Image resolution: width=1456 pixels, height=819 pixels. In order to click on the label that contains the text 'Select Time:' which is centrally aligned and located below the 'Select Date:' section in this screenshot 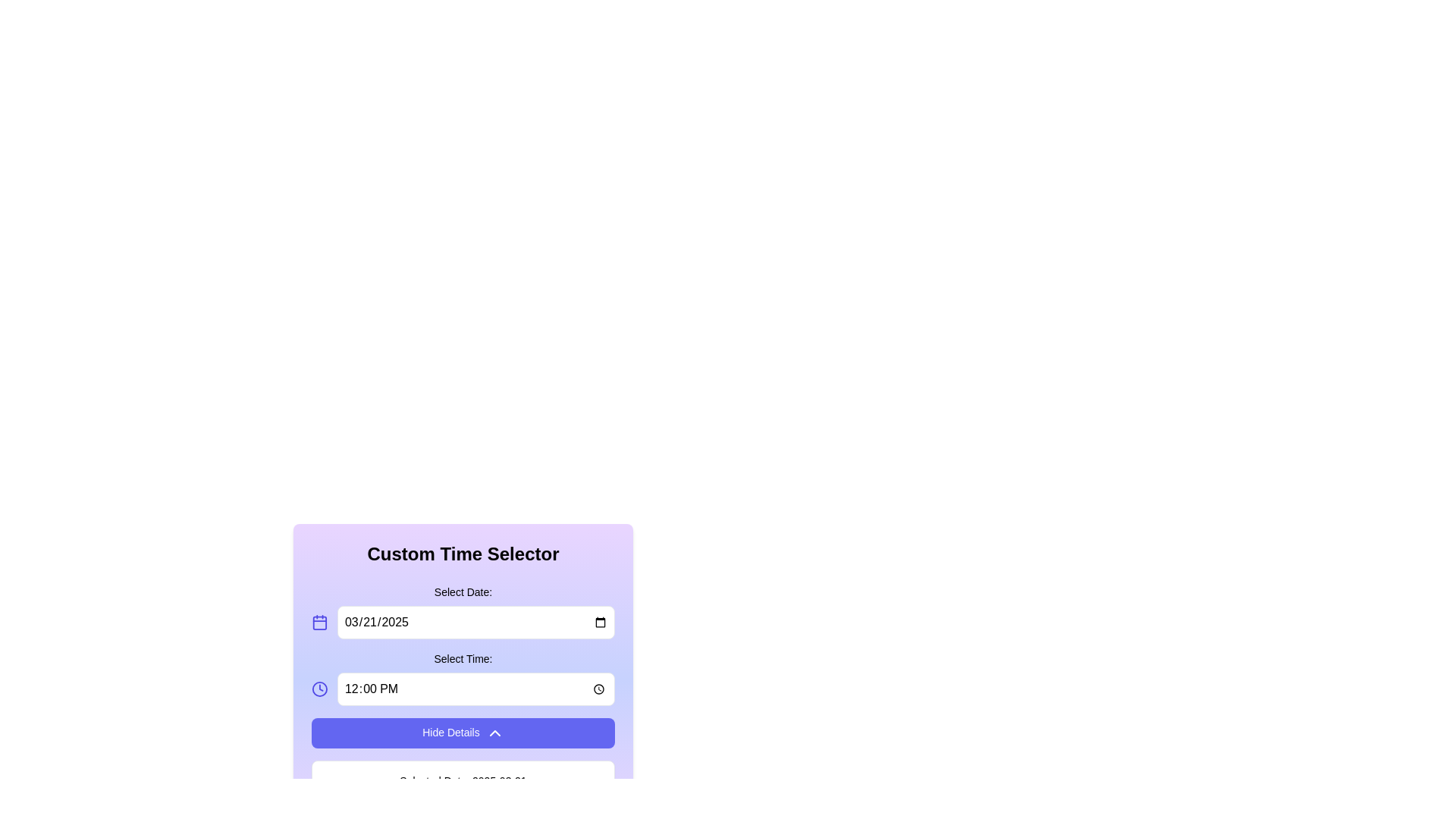, I will do `click(462, 677)`.